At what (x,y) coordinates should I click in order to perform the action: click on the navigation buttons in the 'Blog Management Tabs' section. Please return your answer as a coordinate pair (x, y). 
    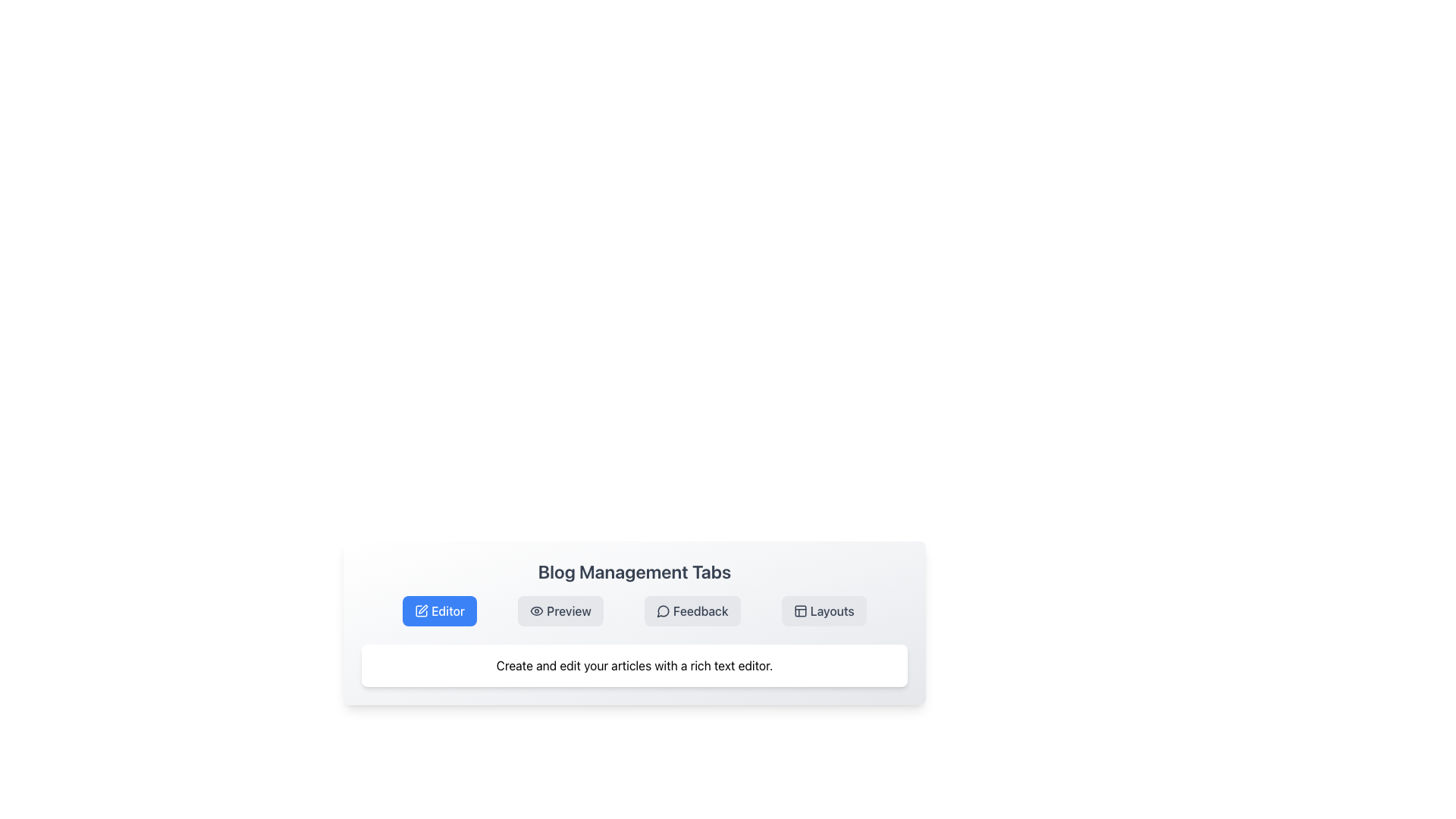
    Looking at the image, I should click on (634, 623).